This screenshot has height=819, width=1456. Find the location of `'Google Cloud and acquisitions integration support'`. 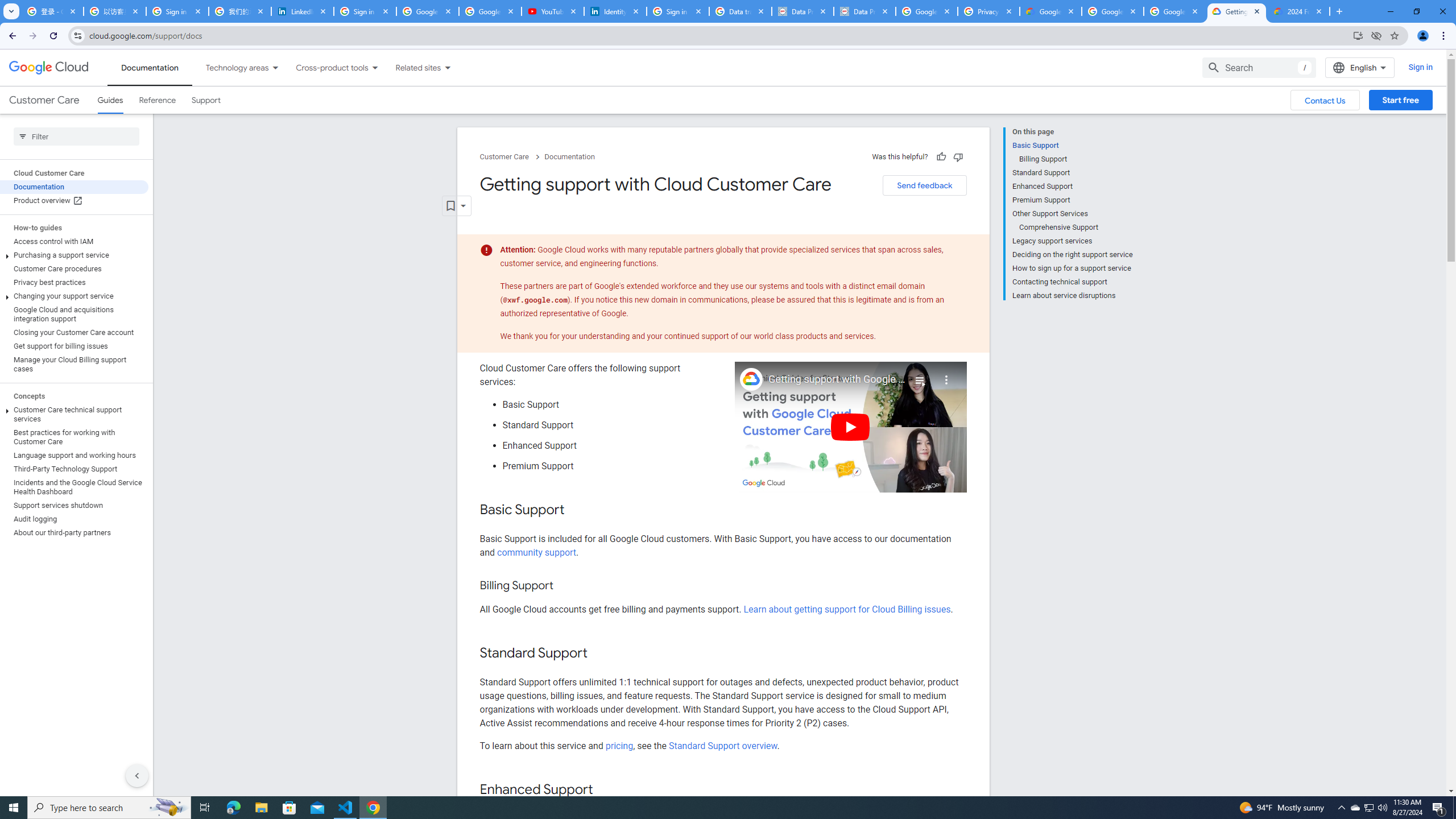

'Google Cloud and acquisitions integration support' is located at coordinates (74, 313).